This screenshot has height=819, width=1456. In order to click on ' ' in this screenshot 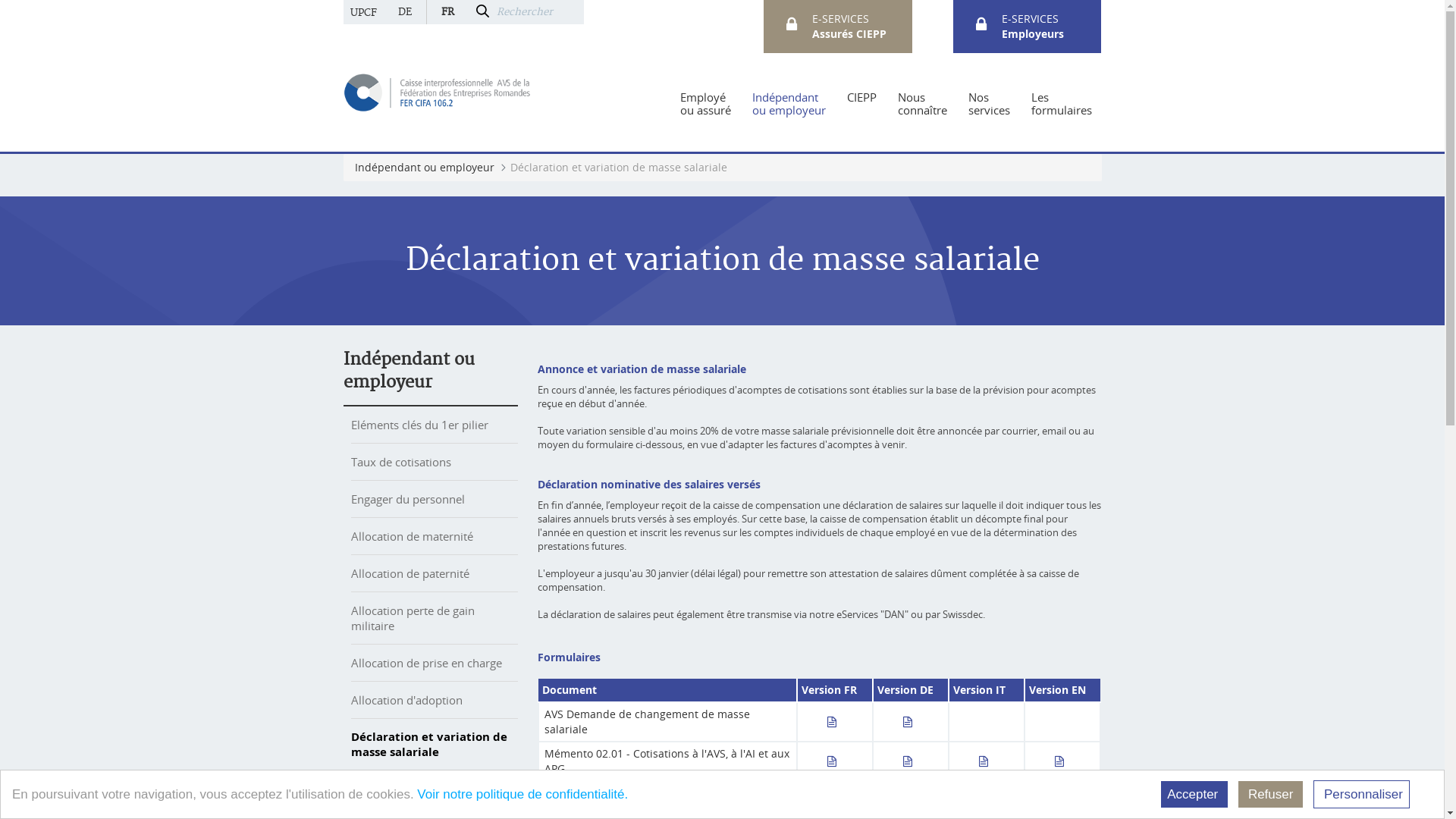, I will do `click(836, 721)`.